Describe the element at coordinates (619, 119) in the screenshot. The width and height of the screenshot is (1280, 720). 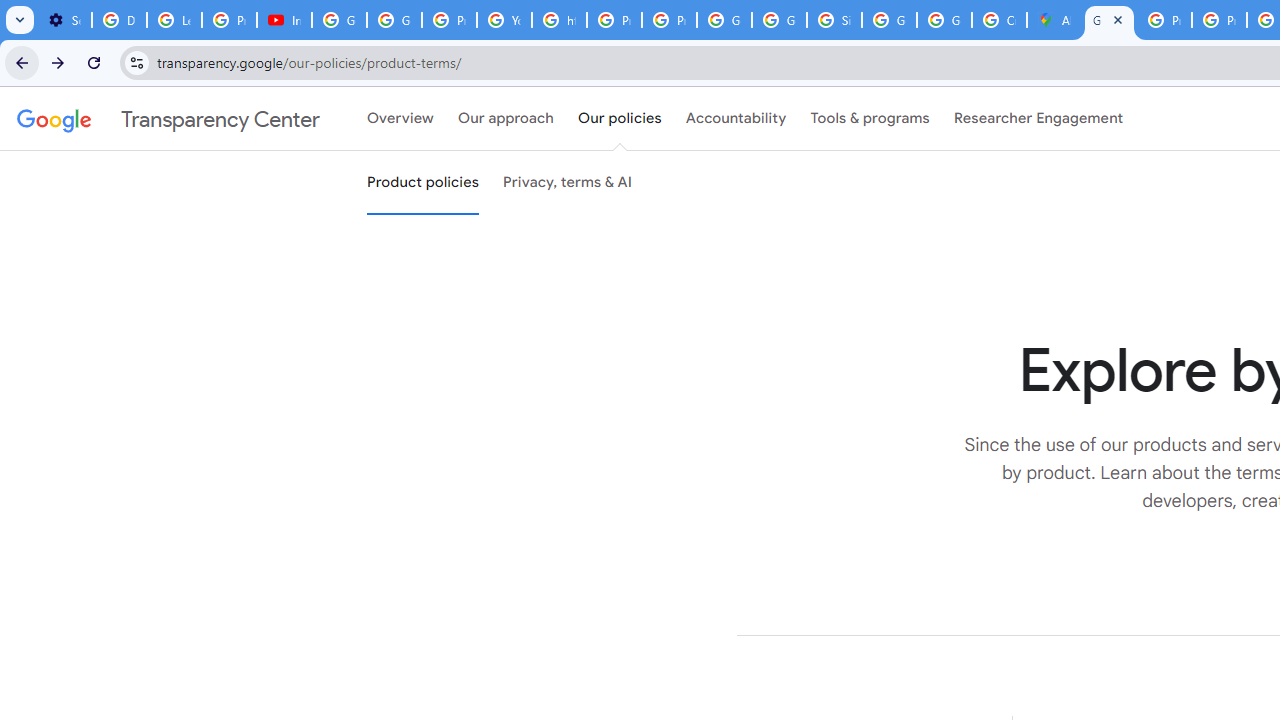
I see `'Our policies'` at that location.